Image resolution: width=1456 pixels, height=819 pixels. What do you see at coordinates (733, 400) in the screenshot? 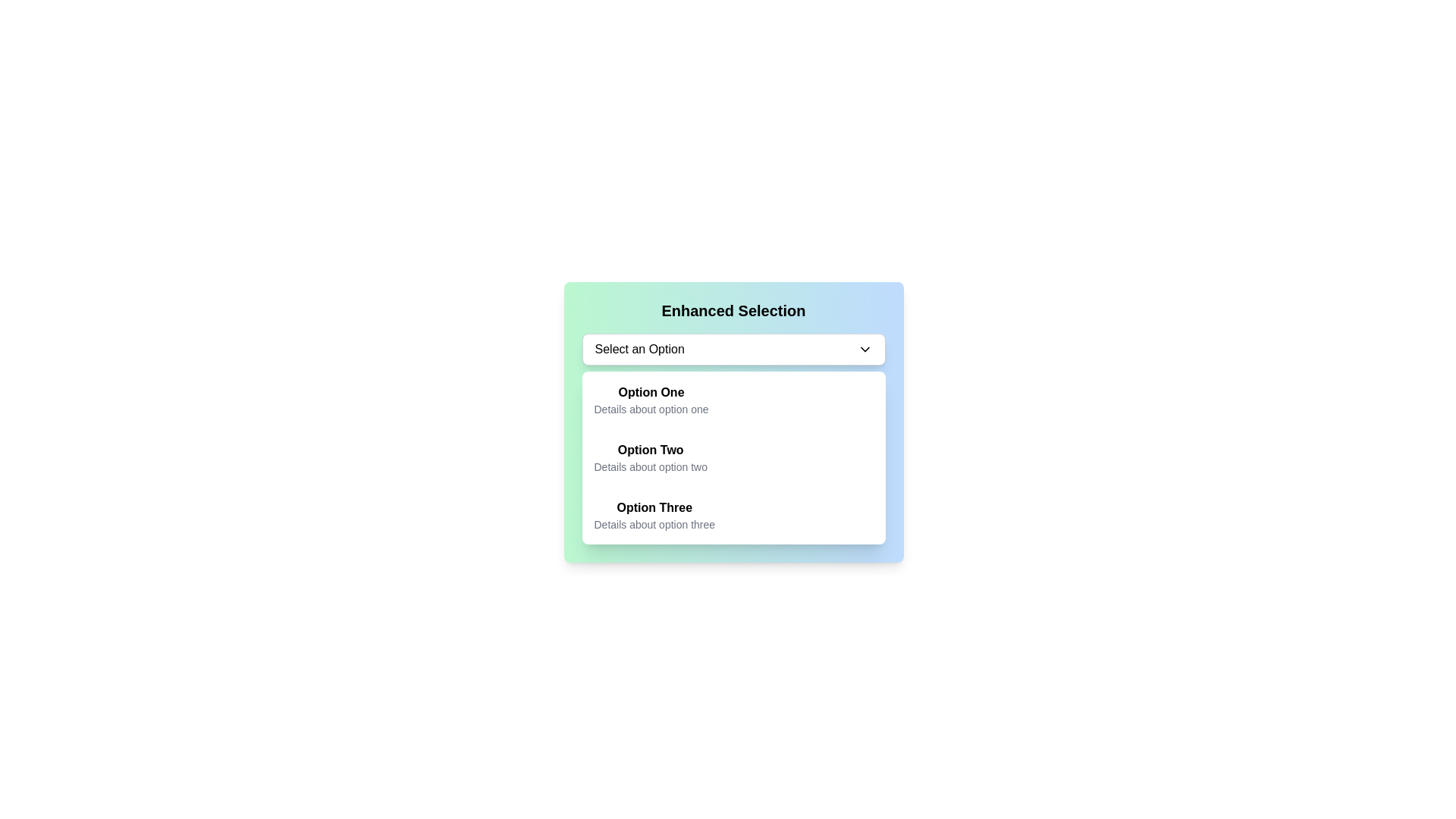
I see `the first item 'Option One' in the dropdown menu` at bounding box center [733, 400].